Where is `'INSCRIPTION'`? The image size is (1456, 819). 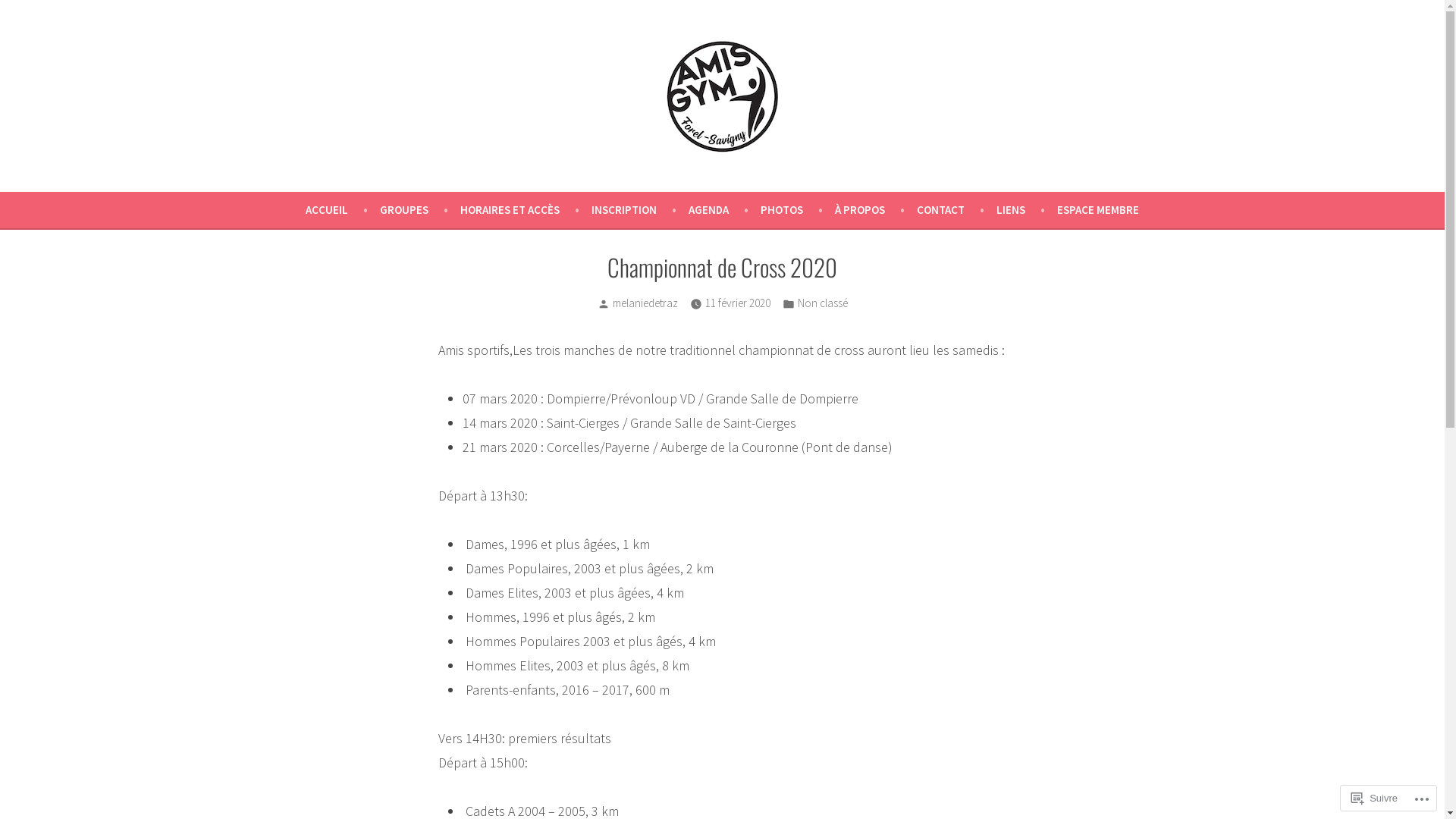 'INSCRIPTION' is located at coordinates (640, 210).